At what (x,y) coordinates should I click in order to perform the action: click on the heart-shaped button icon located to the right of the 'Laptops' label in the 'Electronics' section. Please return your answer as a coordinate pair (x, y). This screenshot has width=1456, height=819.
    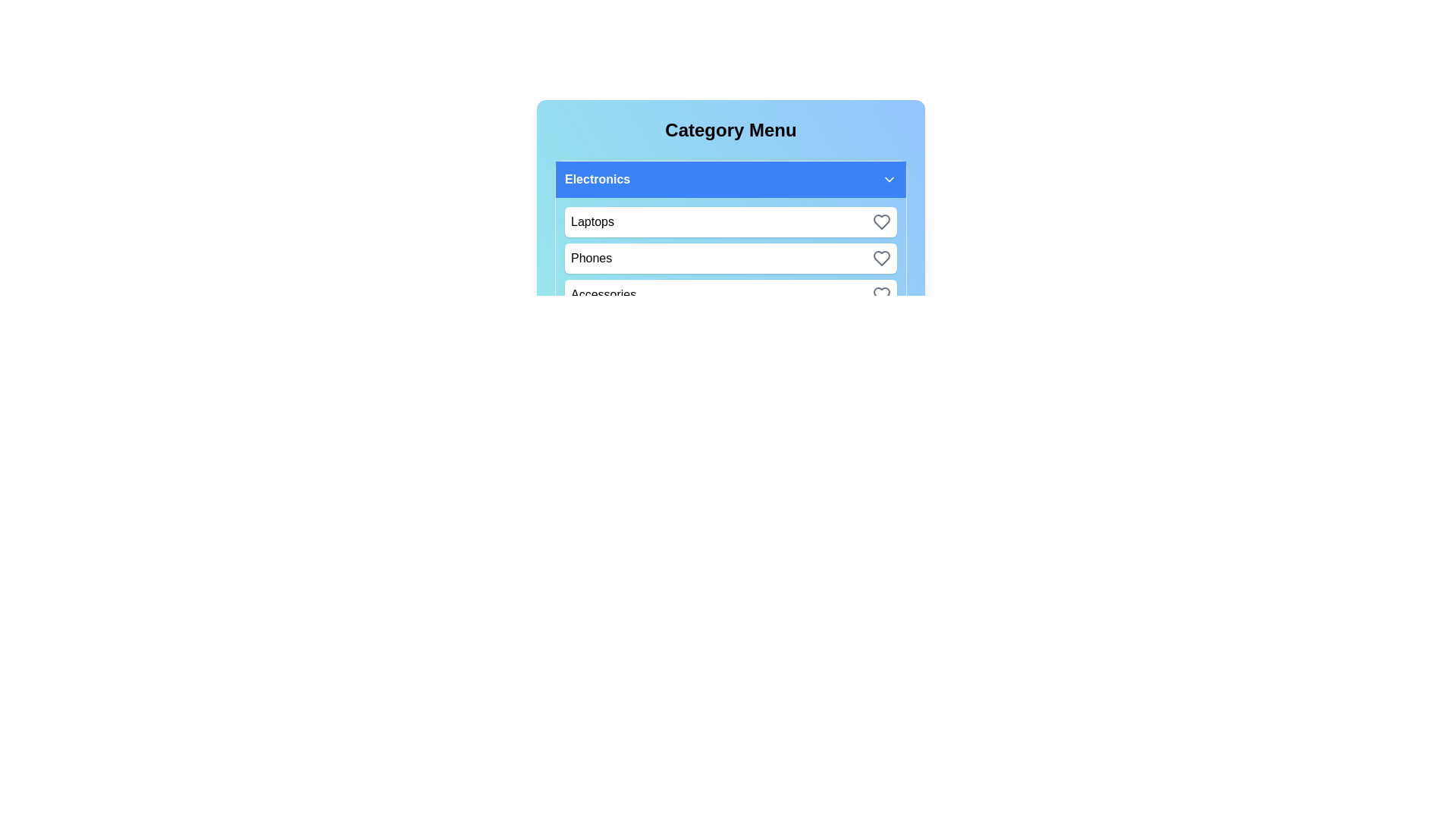
    Looking at the image, I should click on (881, 222).